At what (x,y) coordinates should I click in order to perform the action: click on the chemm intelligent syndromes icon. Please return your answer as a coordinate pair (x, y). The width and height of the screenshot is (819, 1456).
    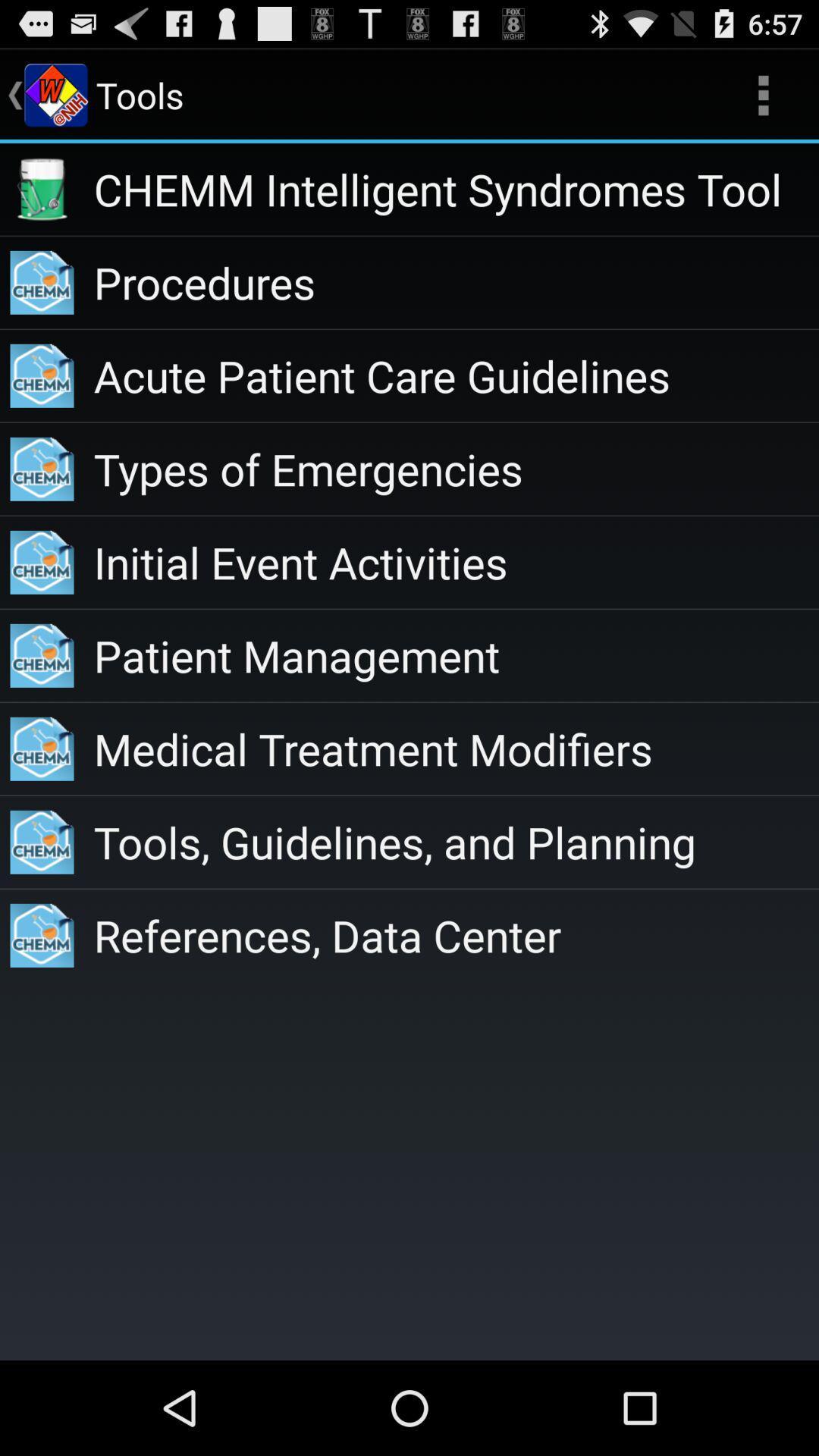
    Looking at the image, I should click on (455, 188).